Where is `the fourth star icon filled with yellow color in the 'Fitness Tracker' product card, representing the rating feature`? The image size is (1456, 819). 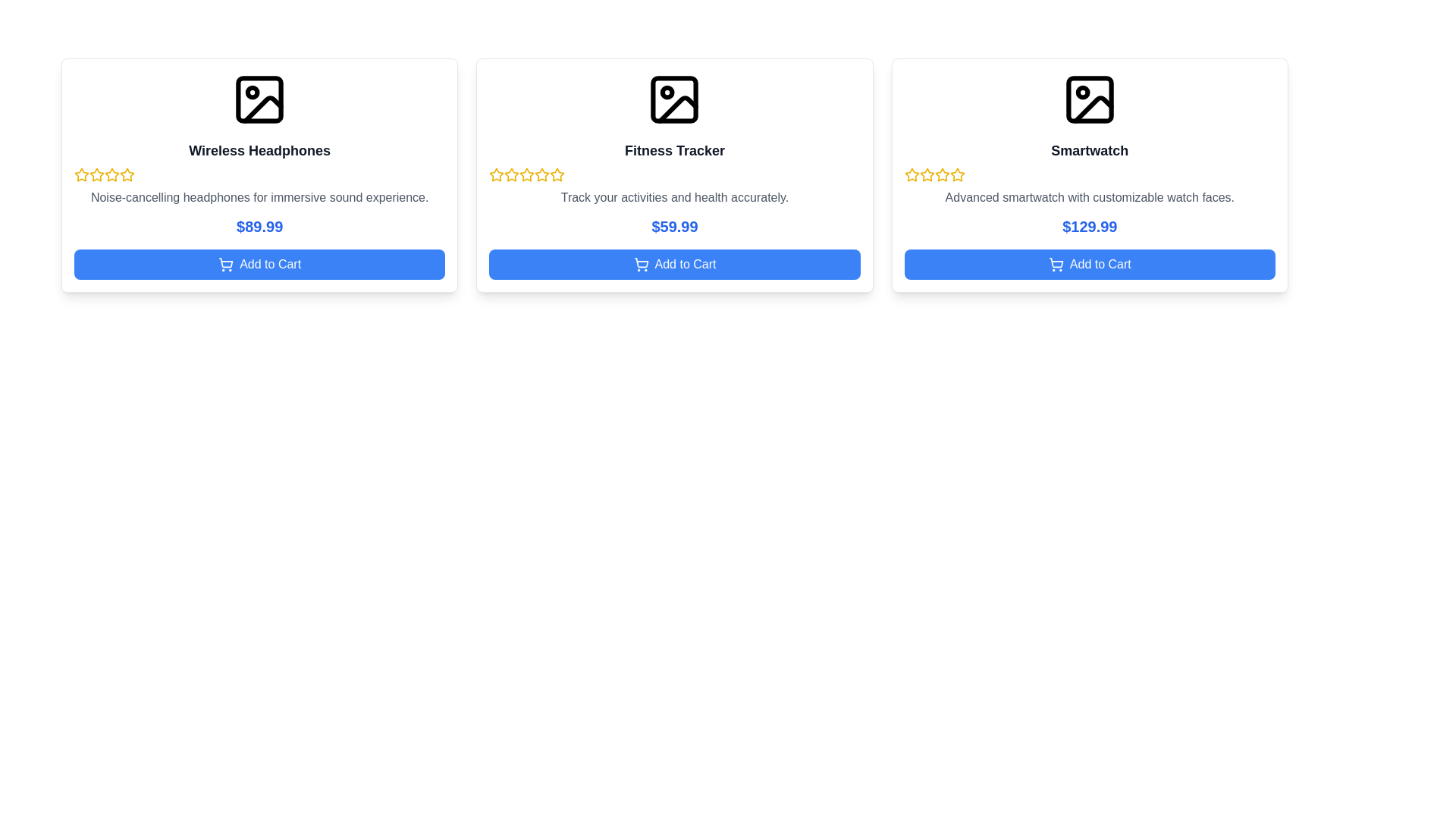
the fourth star icon filled with yellow color in the 'Fitness Tracker' product card, representing the rating feature is located at coordinates (557, 174).